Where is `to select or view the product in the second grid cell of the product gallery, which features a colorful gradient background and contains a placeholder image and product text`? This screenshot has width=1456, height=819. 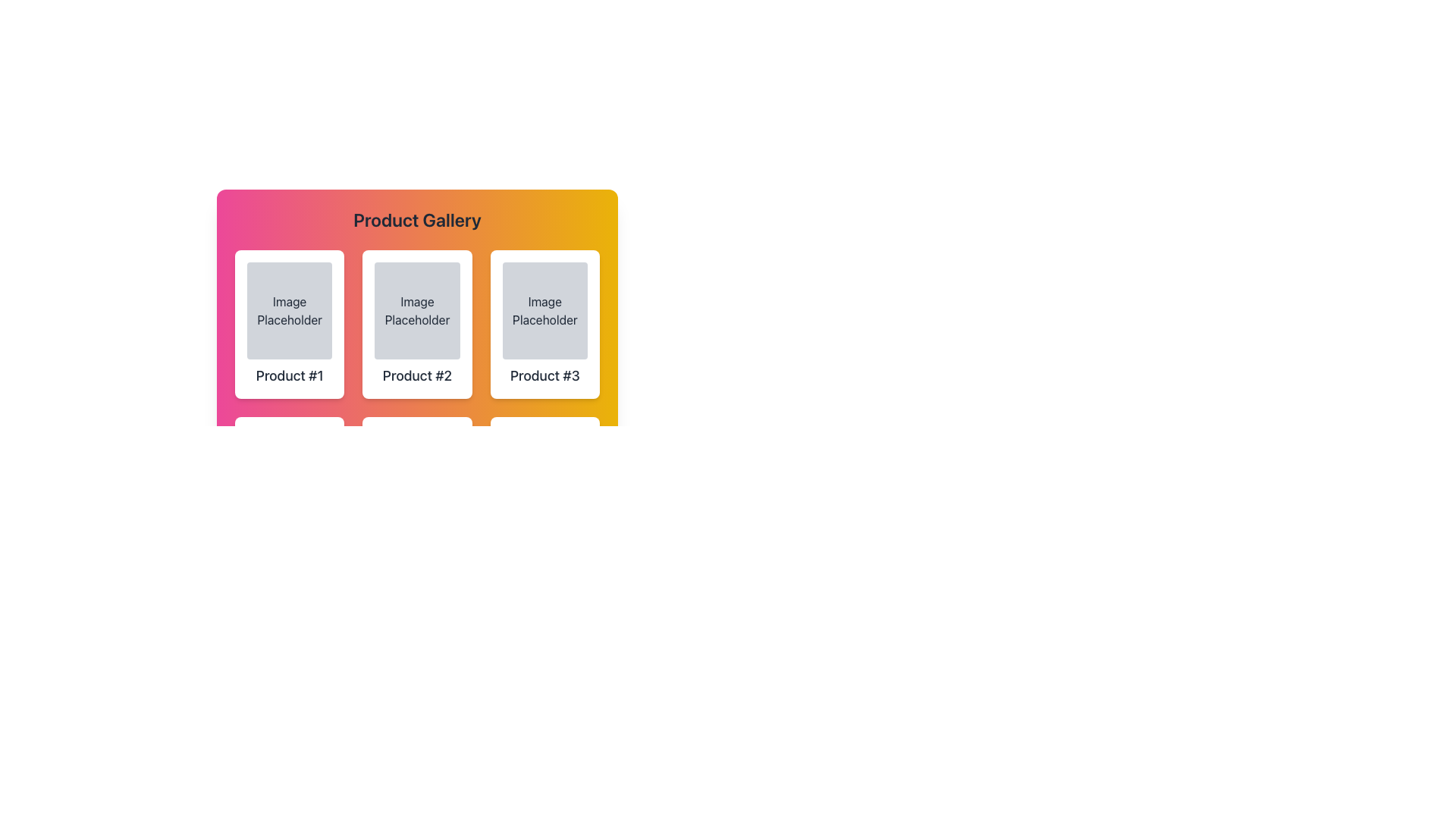
to select or view the product in the second grid cell of the product gallery, which features a colorful gradient background and contains a placeholder image and product text is located at coordinates (417, 298).